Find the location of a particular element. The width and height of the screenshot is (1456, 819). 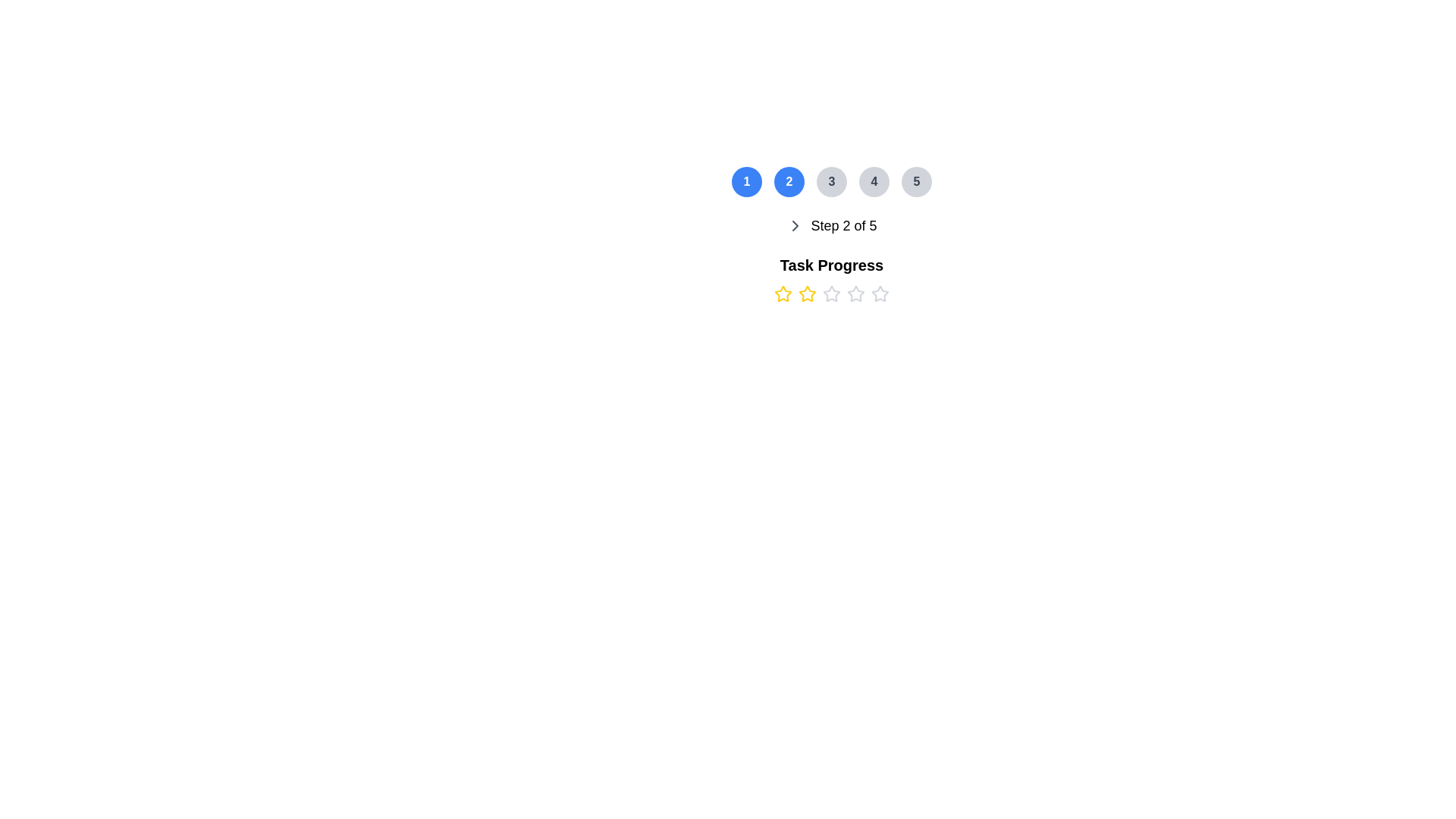

the circular button representing step 2 in the progress navigation bar is located at coordinates (789, 180).